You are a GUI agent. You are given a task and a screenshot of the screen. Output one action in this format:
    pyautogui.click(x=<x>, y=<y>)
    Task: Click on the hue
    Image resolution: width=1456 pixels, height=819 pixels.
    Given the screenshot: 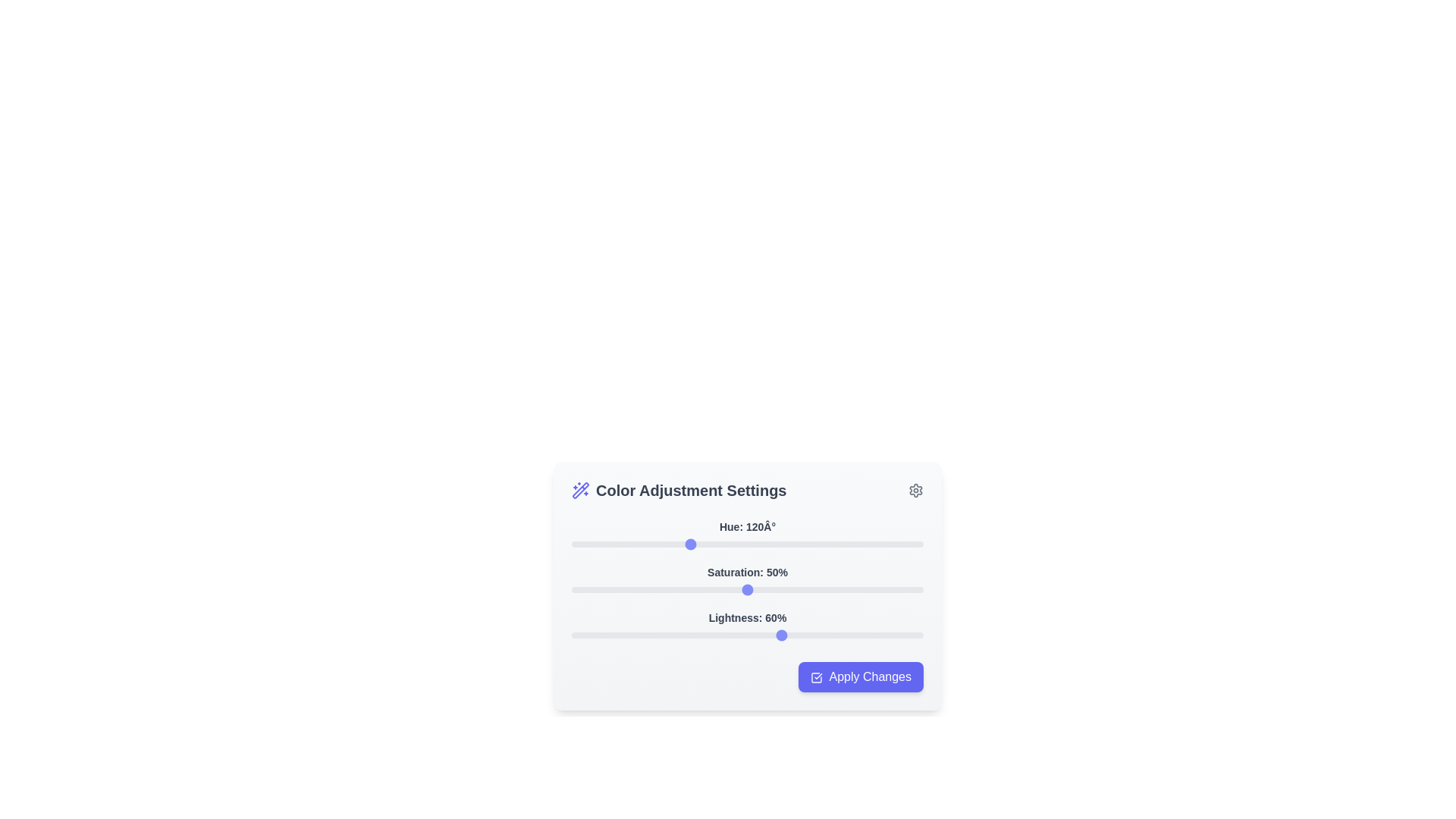 What is the action you would take?
    pyautogui.click(x=759, y=543)
    